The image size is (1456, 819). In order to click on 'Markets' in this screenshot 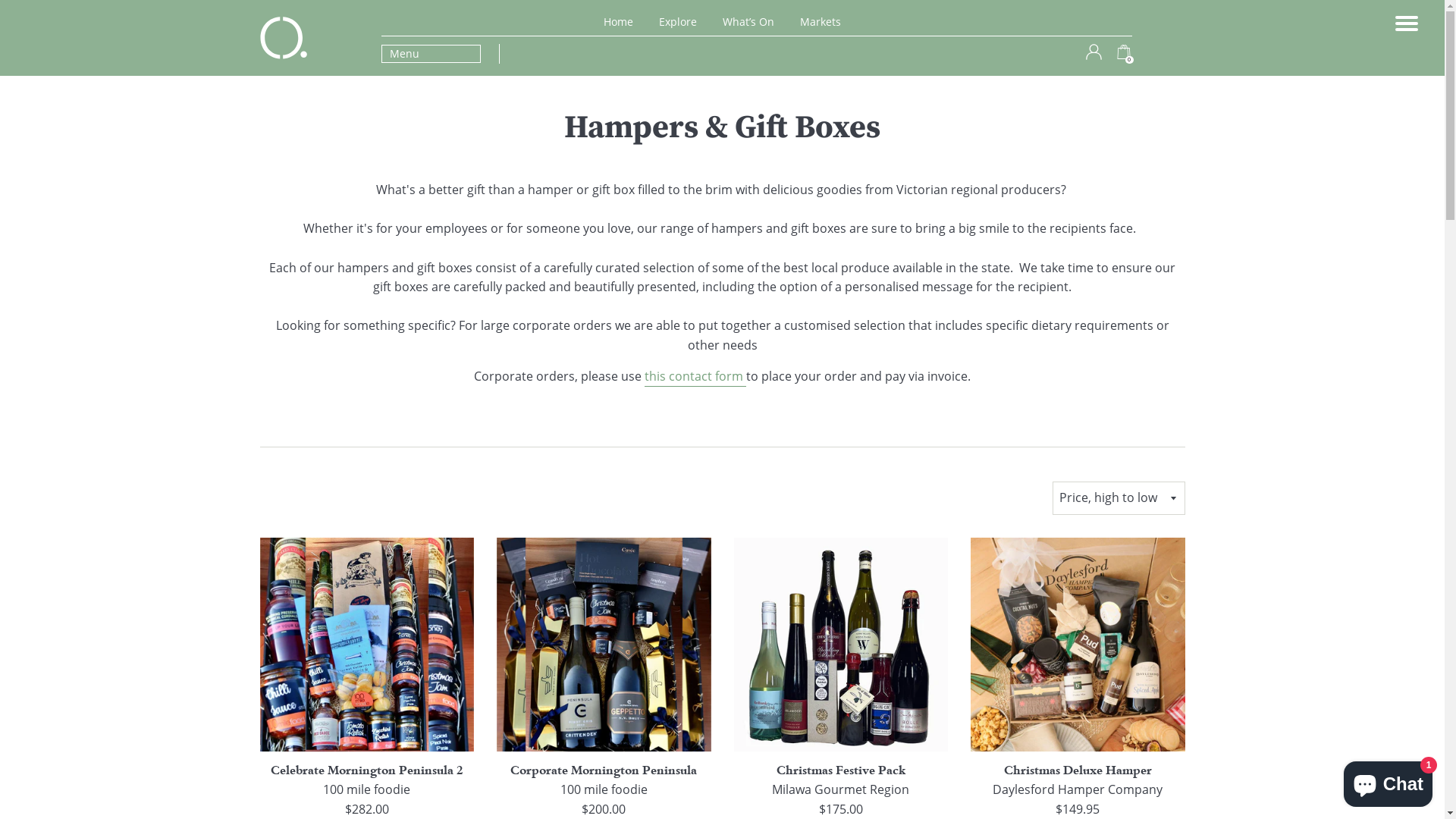, I will do `click(819, 21)`.